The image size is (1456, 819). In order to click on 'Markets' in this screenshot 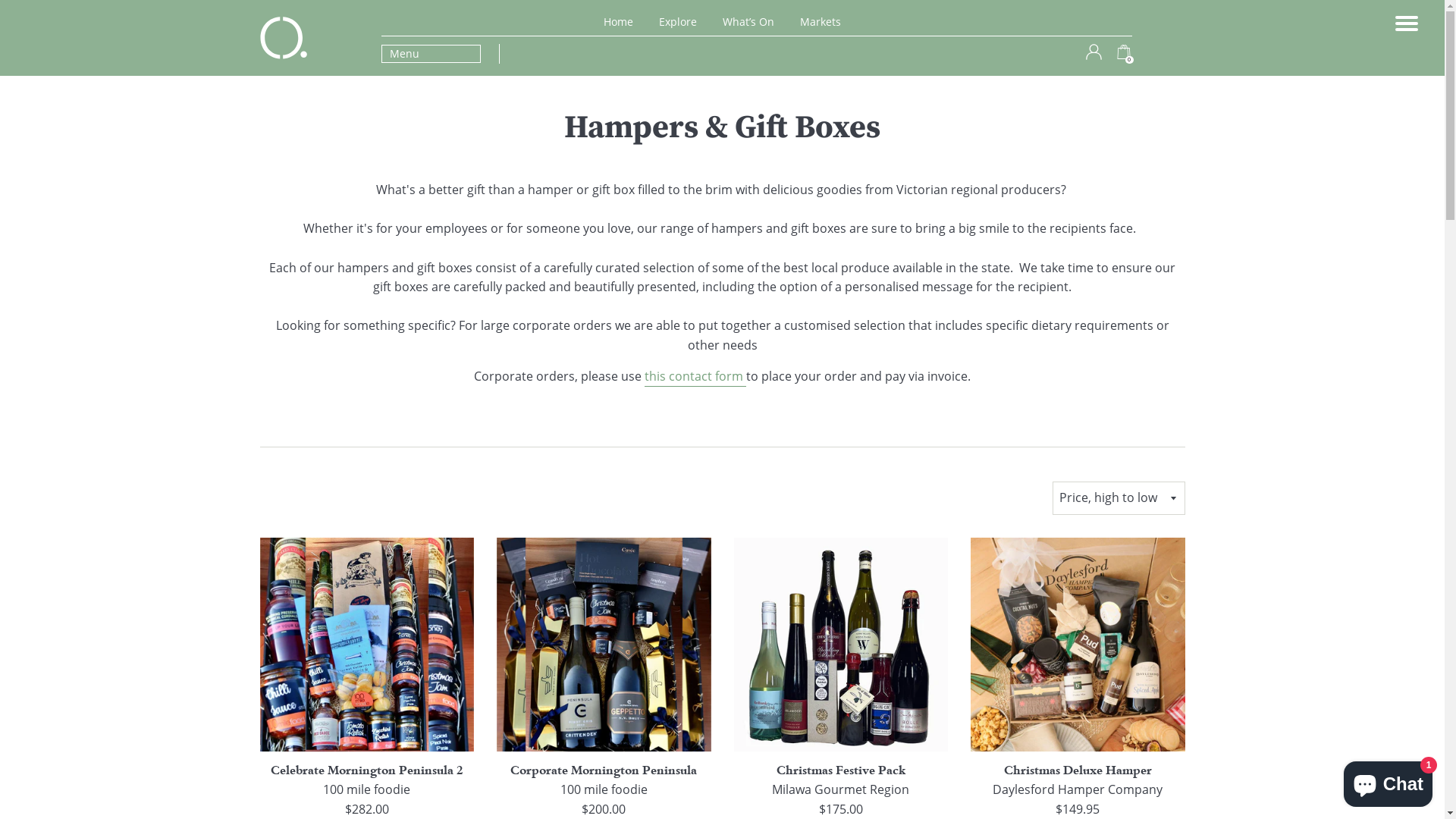, I will do `click(819, 21)`.